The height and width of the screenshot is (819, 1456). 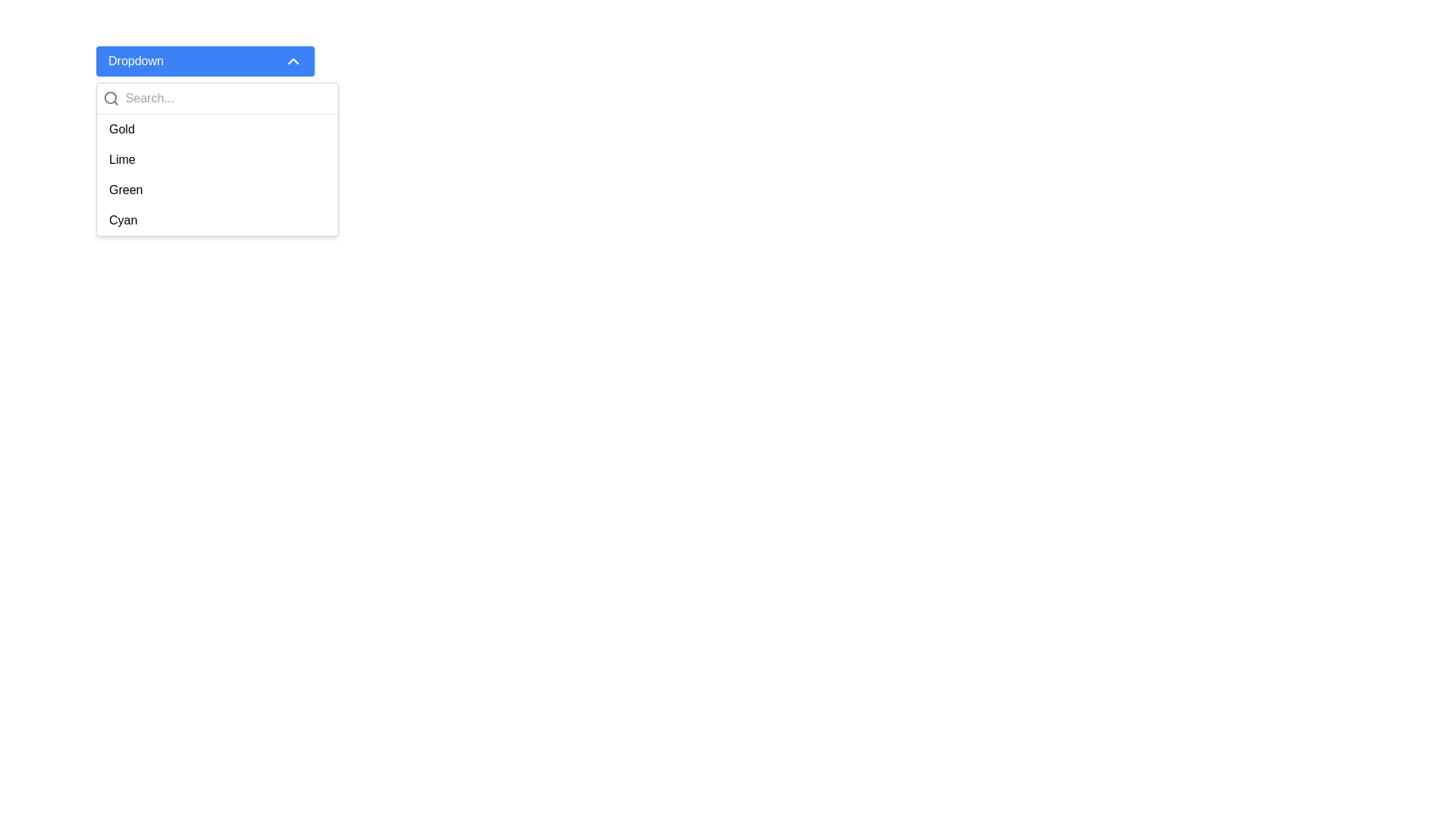 What do you see at coordinates (217, 189) in the screenshot?
I see `to select the 'Green' option from the dropdown menu, which is the third item in a vertical list between 'Lime' and 'Cyan'` at bounding box center [217, 189].